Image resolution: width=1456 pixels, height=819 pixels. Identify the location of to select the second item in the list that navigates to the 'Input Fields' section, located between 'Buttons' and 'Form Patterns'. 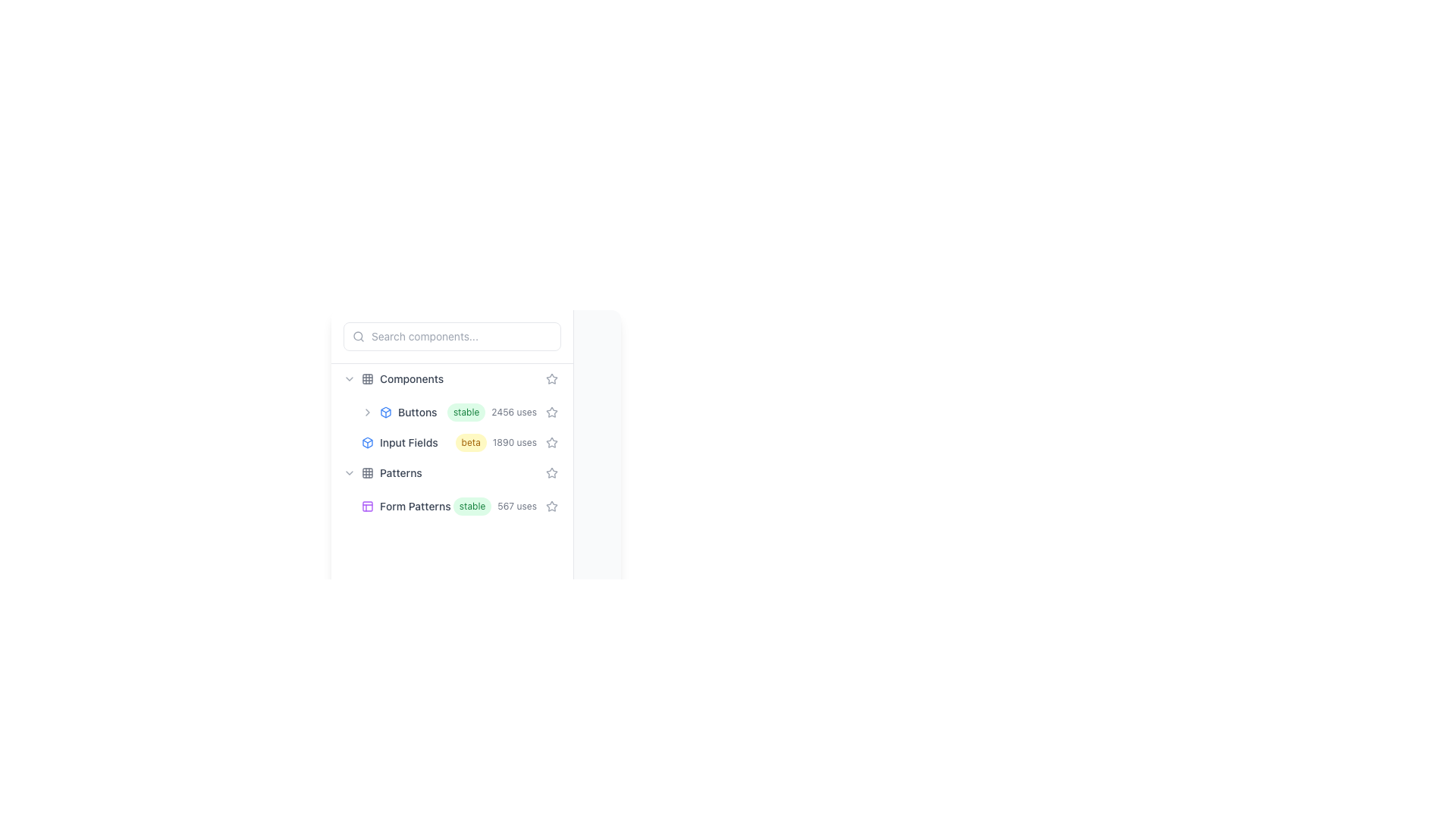
(460, 442).